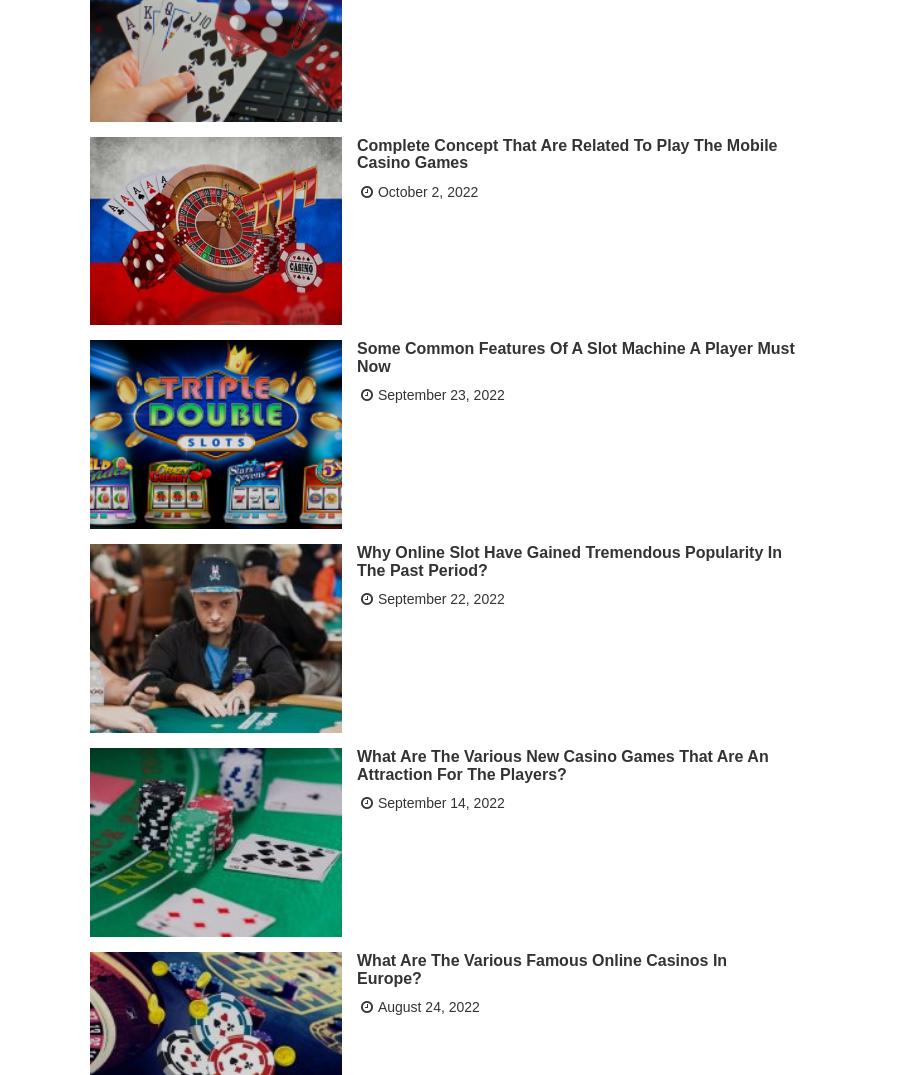 Image resolution: width=900 pixels, height=1075 pixels. Describe the element at coordinates (440, 800) in the screenshot. I see `'September 14, 2022'` at that location.